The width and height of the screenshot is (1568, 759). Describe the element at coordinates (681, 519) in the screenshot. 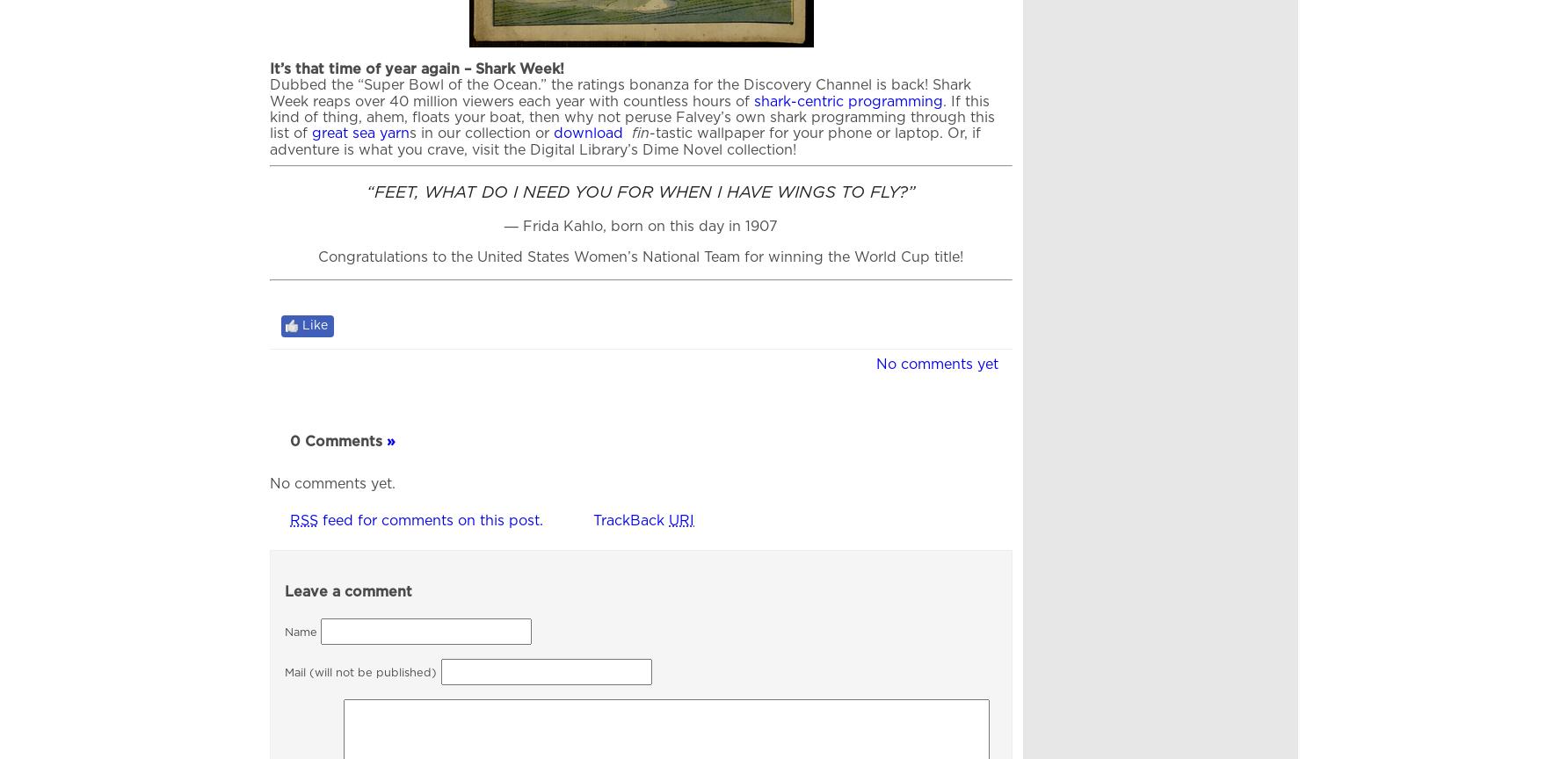

I see `'URI'` at that location.